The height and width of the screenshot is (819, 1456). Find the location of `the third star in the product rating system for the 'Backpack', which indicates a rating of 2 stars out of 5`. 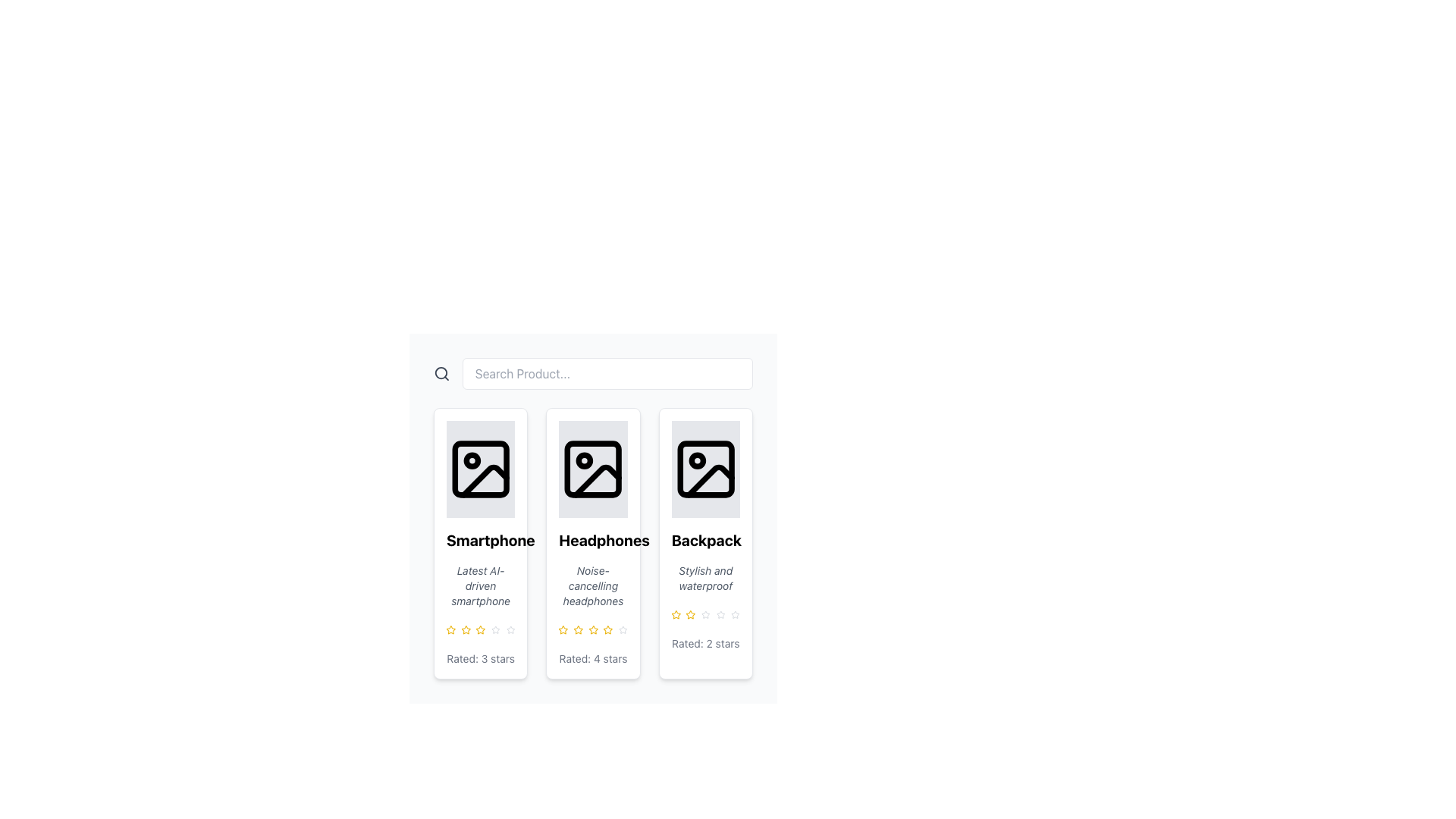

the third star in the product rating system for the 'Backpack', which indicates a rating of 2 stars out of 5 is located at coordinates (736, 614).